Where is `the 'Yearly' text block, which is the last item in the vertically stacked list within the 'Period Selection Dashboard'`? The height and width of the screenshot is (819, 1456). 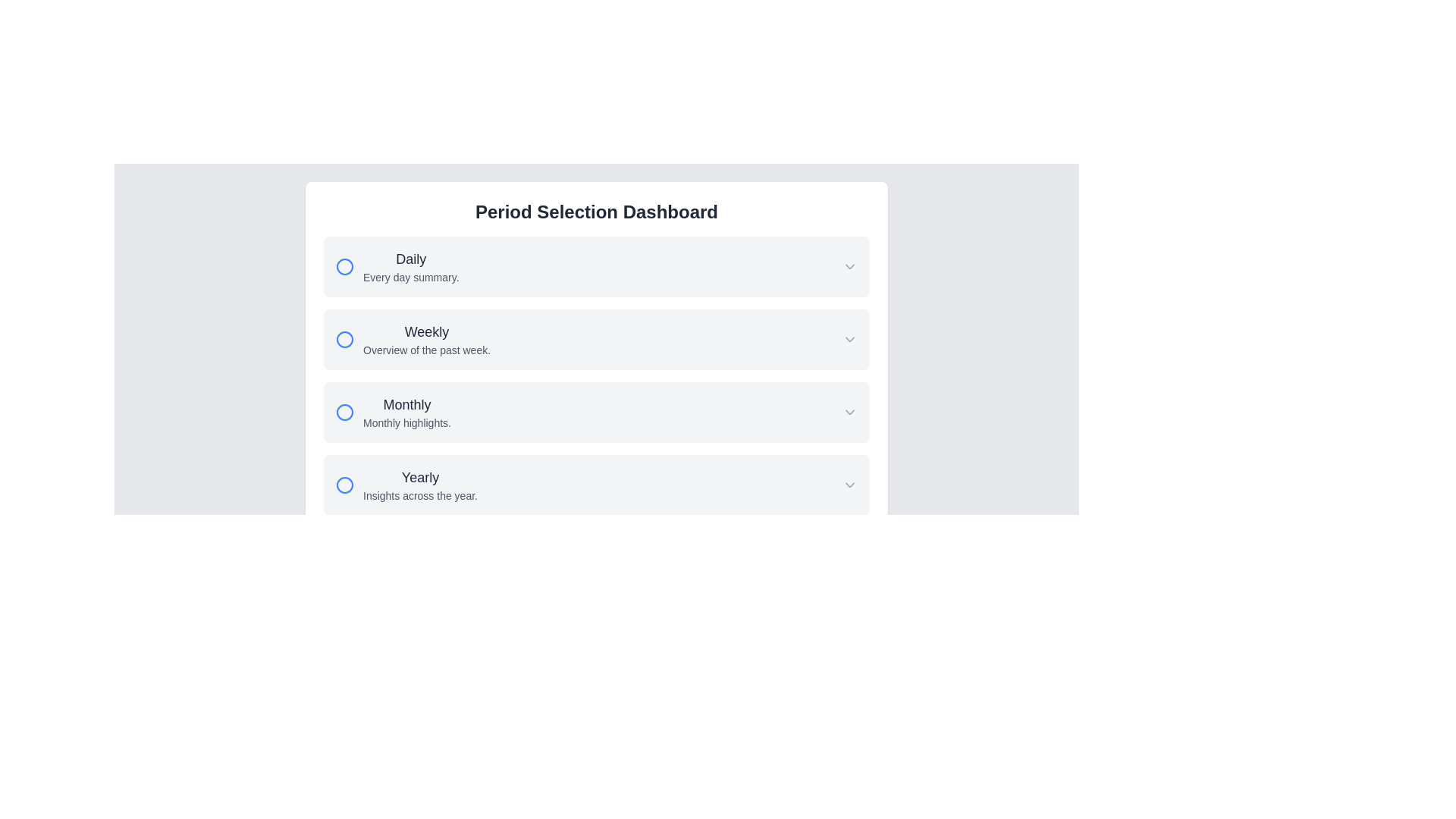
the 'Yearly' text block, which is the last item in the vertically stacked list within the 'Period Selection Dashboard' is located at coordinates (420, 485).